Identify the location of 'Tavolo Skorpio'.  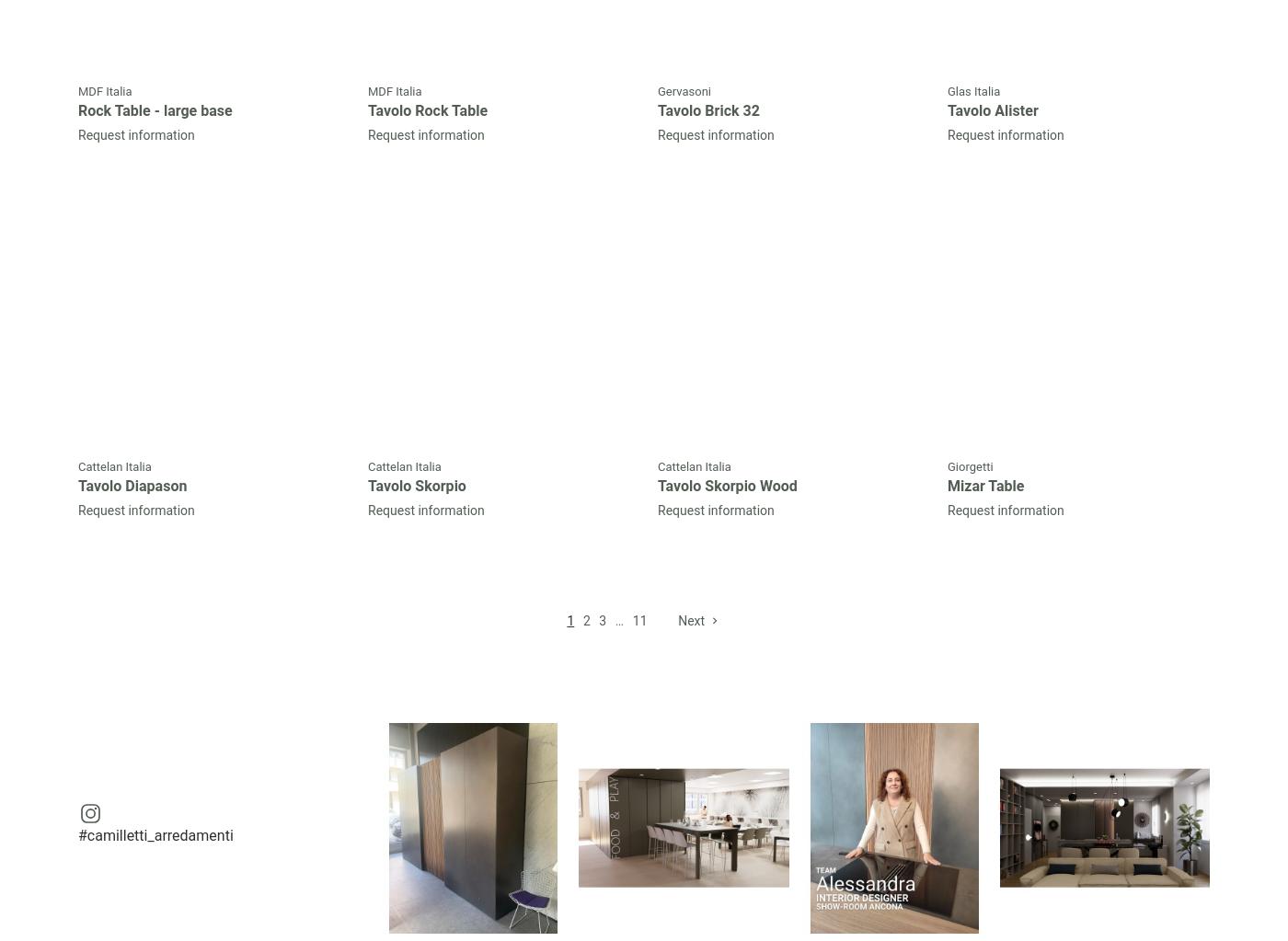
(417, 484).